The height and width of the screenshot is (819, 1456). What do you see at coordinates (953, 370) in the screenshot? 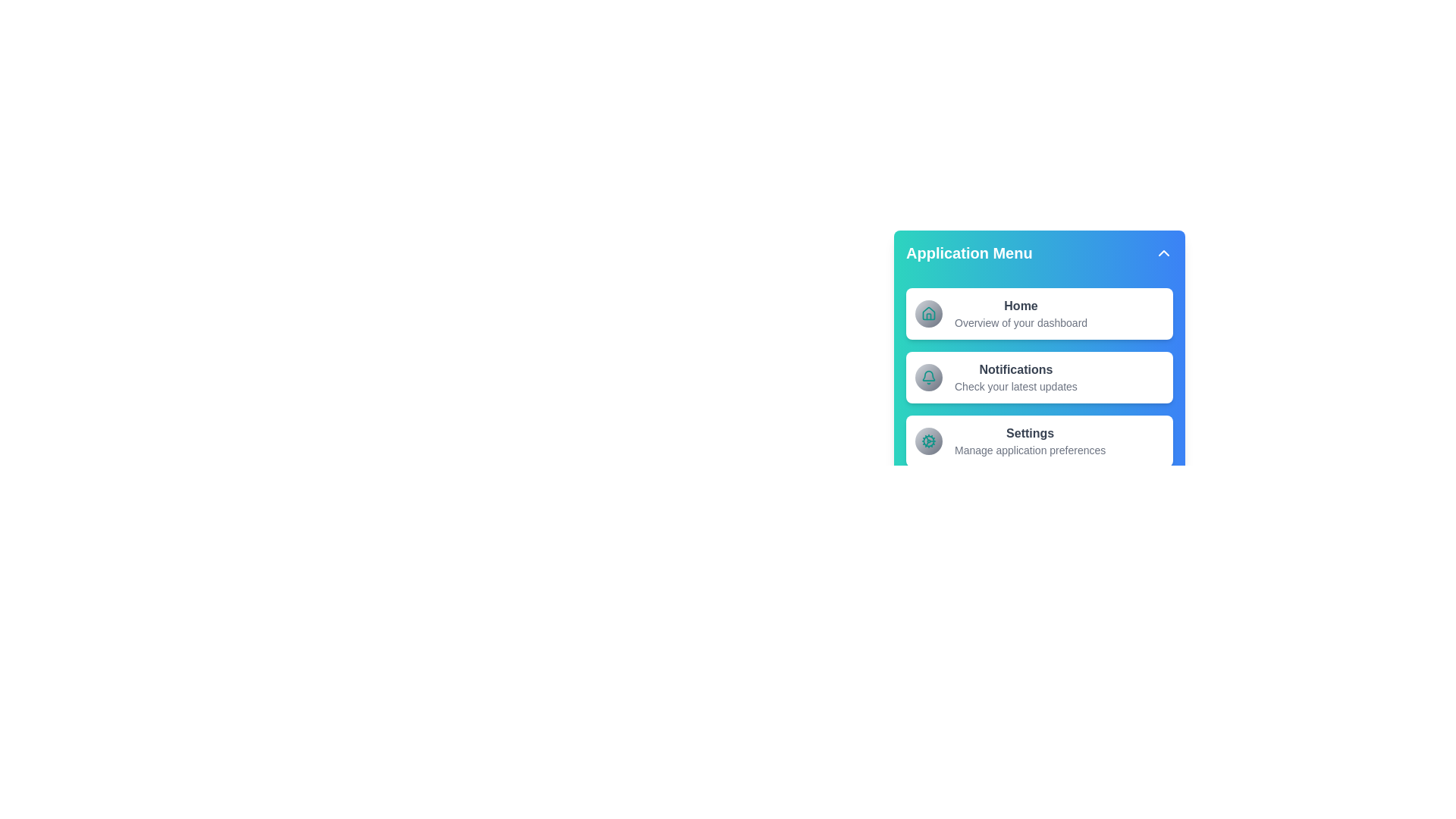
I see `the menu item Notifications and read its description` at bounding box center [953, 370].